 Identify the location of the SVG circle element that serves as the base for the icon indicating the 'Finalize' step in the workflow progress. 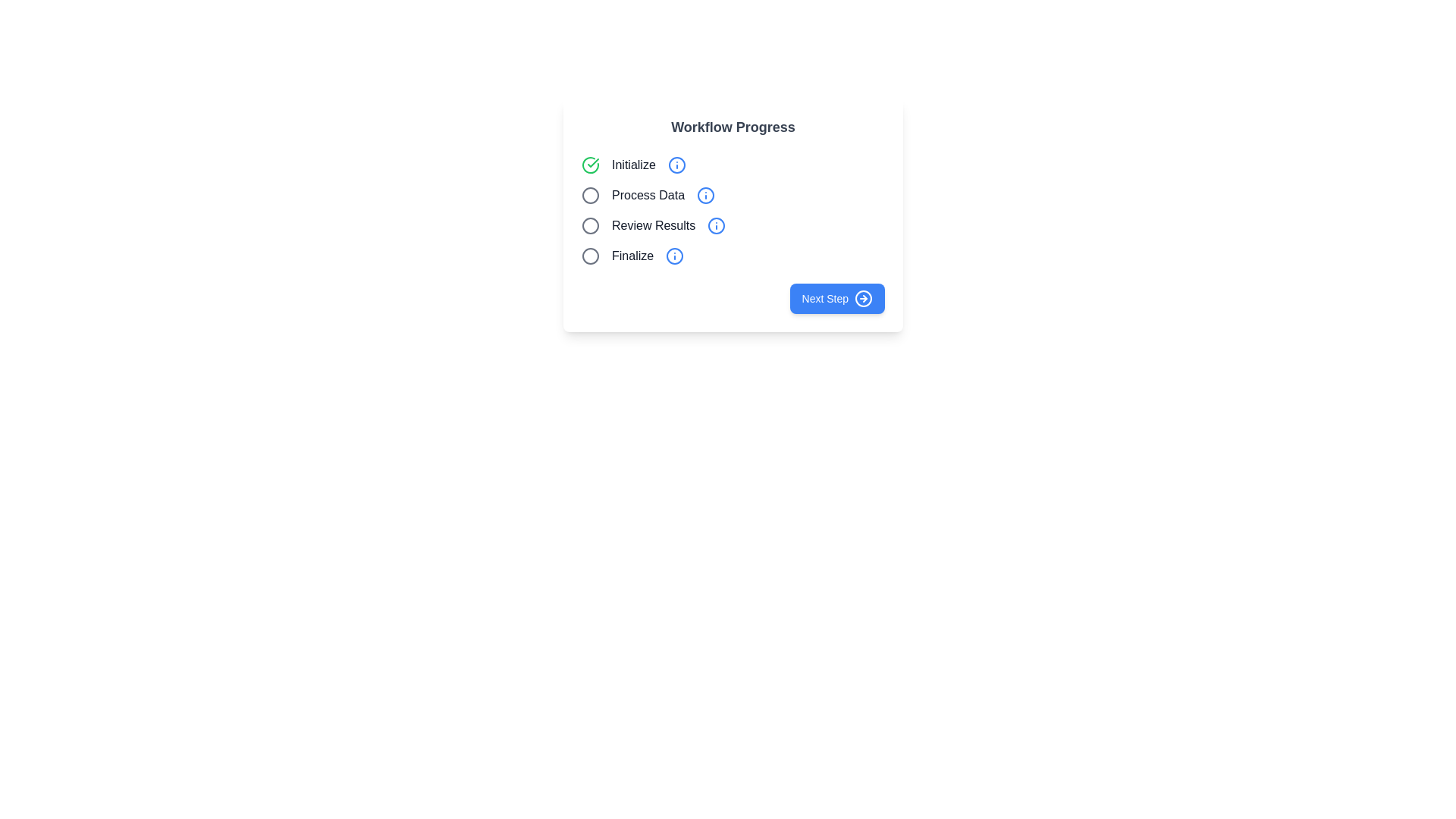
(674, 256).